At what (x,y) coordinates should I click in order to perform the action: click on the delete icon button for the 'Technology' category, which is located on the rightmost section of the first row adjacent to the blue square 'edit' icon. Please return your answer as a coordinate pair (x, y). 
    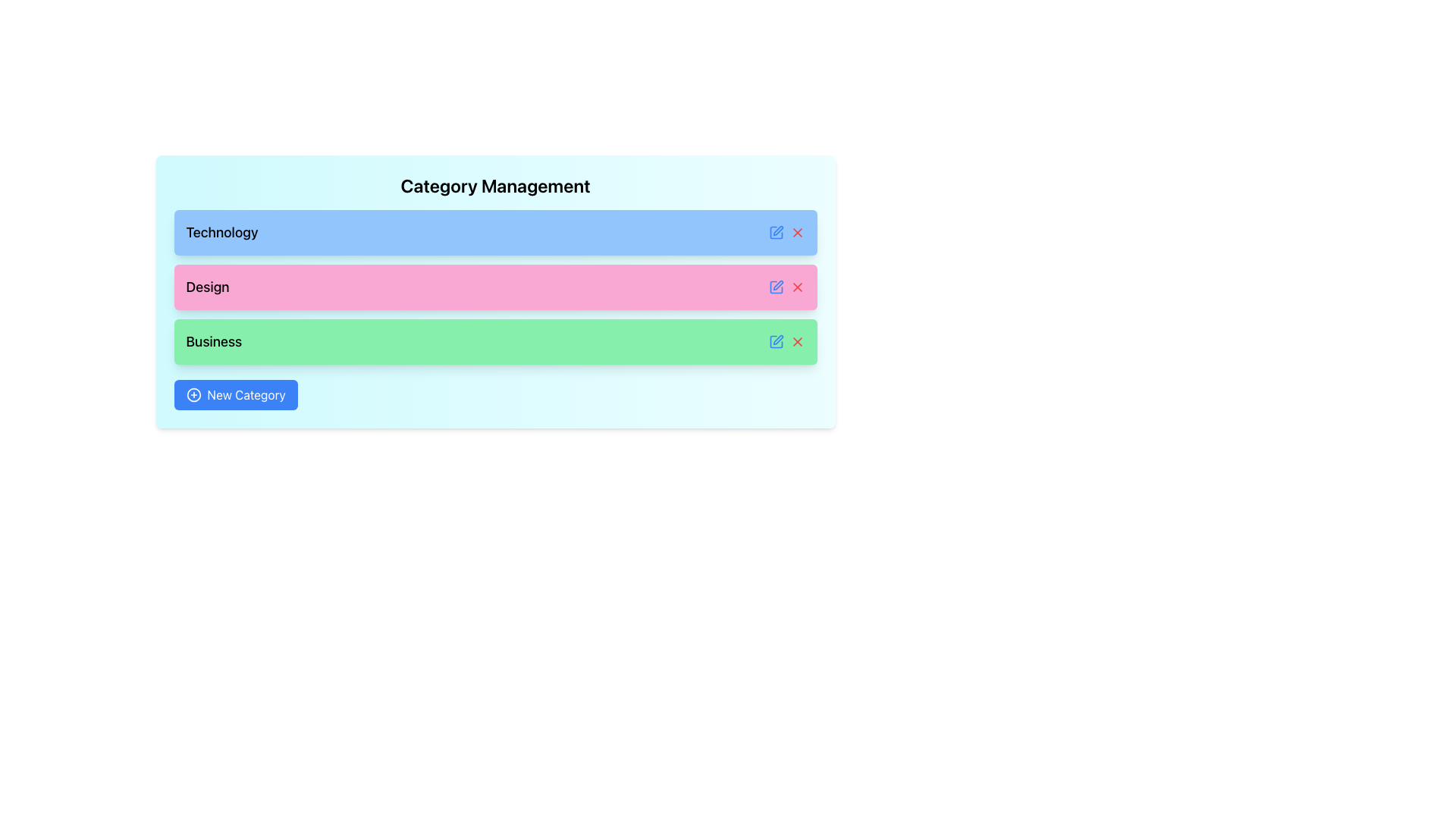
    Looking at the image, I should click on (796, 233).